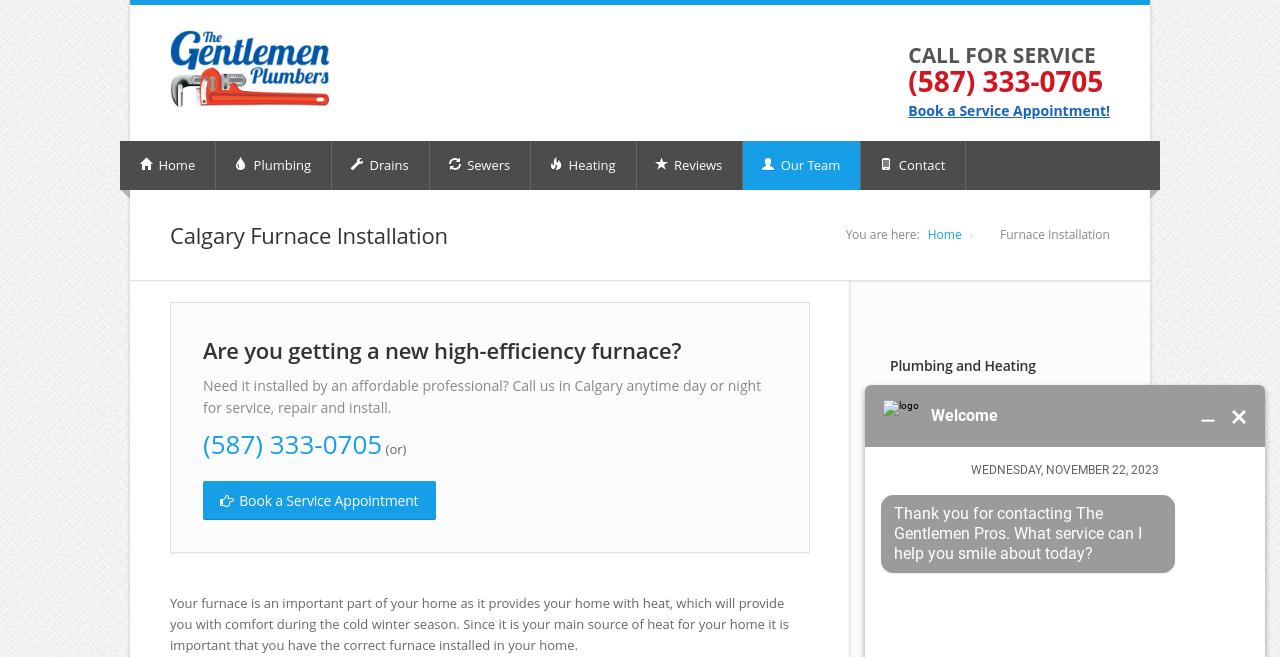 The image size is (1280, 657). I want to click on 'Are you getting a new high-efficiency furnace?', so click(440, 349).